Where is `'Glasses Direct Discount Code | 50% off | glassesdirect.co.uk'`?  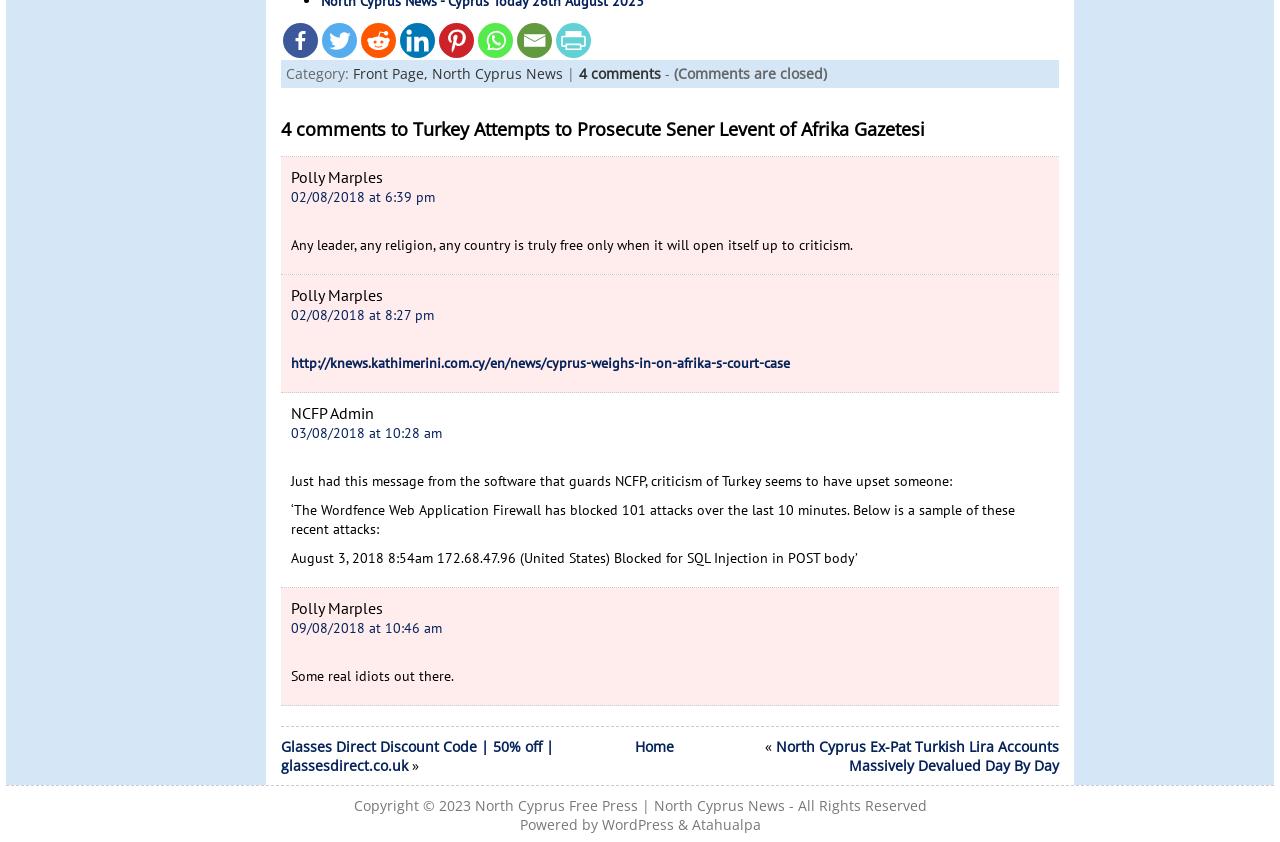
'Glasses Direct Discount Code | 50% off | glassesdirect.co.uk' is located at coordinates (416, 756).